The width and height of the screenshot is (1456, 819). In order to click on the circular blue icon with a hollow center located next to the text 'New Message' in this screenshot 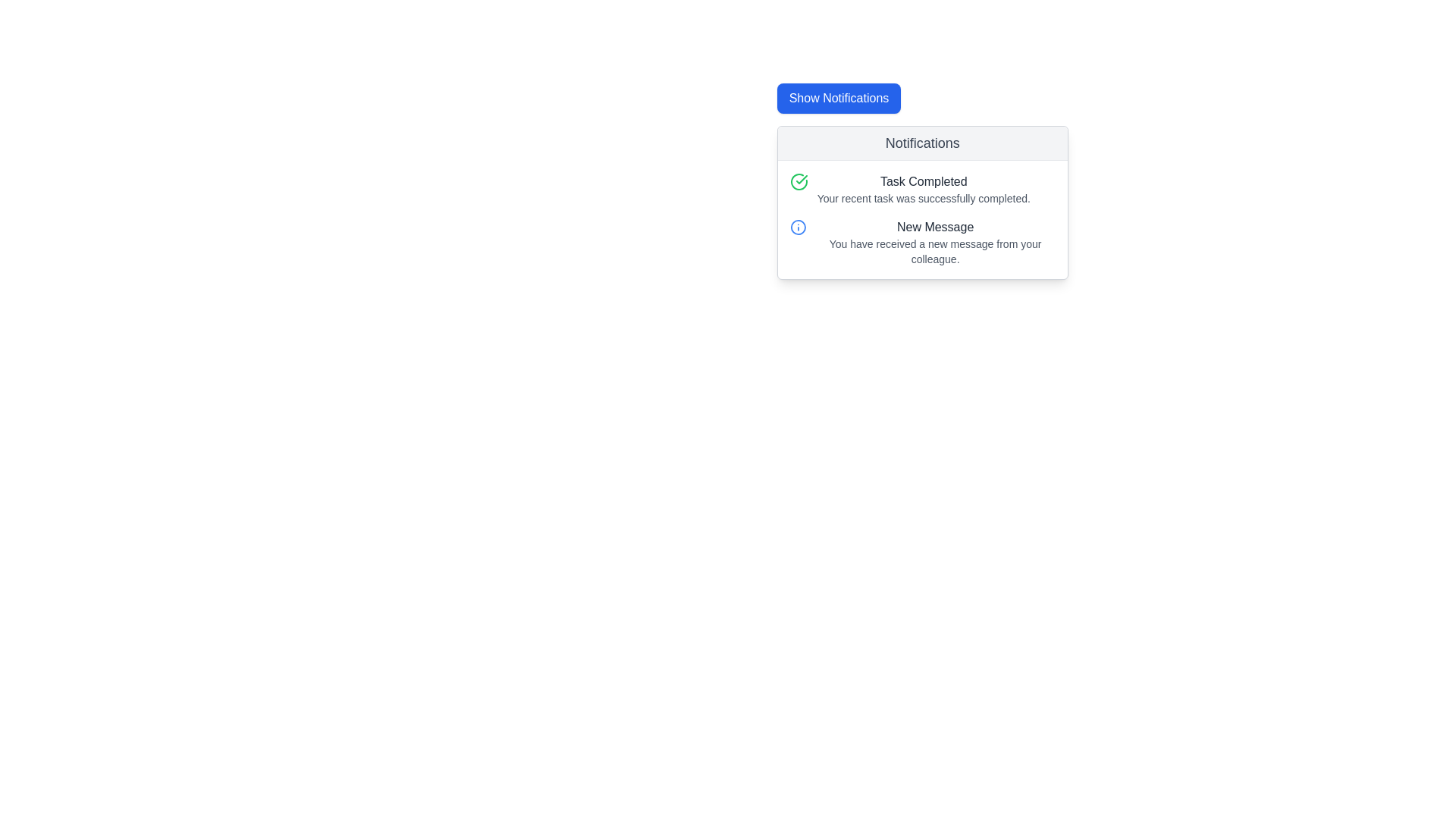, I will do `click(797, 227)`.